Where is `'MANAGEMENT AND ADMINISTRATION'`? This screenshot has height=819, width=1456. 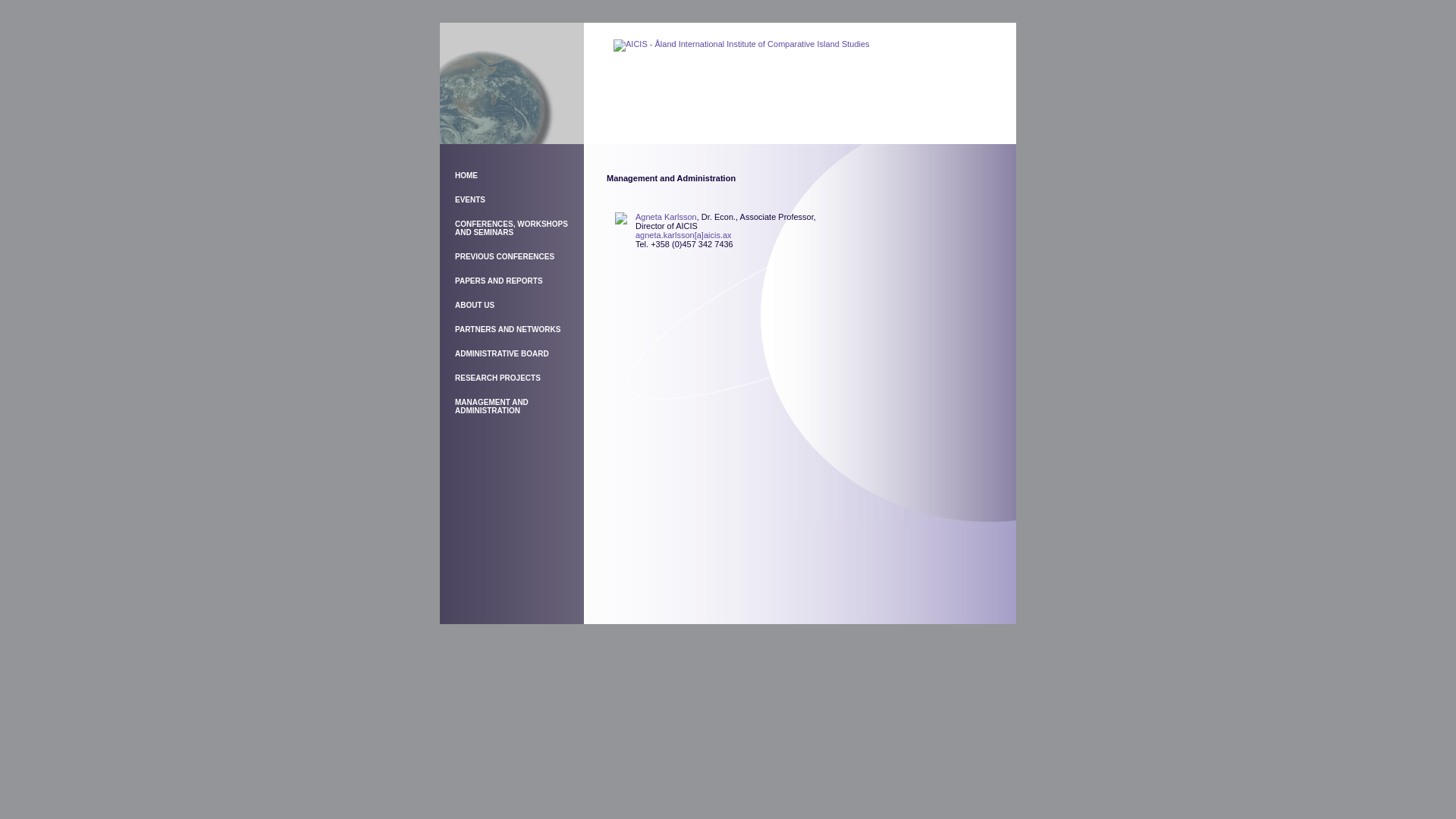
'MANAGEMENT AND ADMINISTRATION' is located at coordinates (491, 406).